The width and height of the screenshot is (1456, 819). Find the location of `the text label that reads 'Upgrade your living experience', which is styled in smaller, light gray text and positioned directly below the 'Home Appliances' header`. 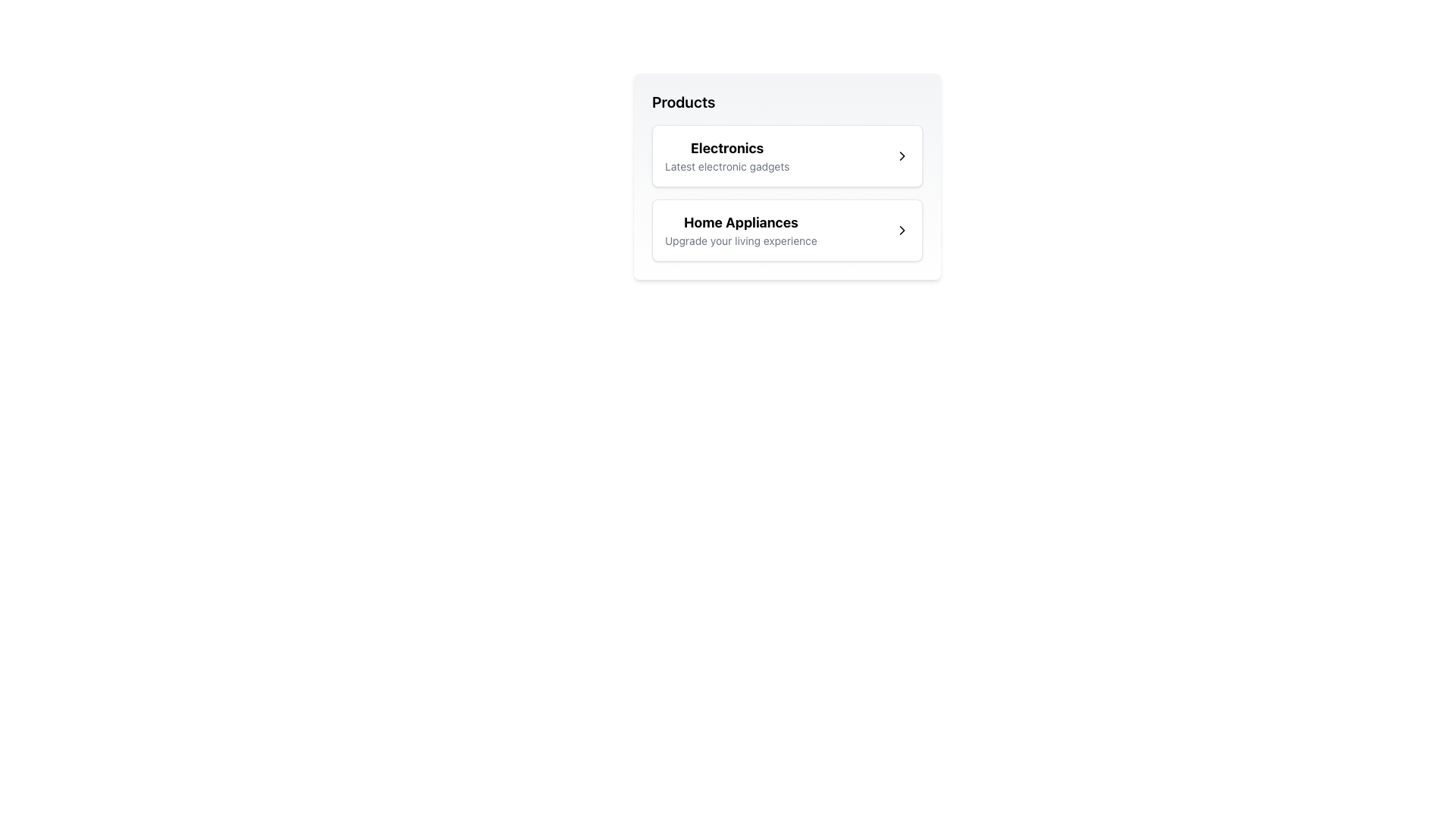

the text label that reads 'Upgrade your living experience', which is styled in smaller, light gray text and positioned directly below the 'Home Appliances' header is located at coordinates (741, 240).